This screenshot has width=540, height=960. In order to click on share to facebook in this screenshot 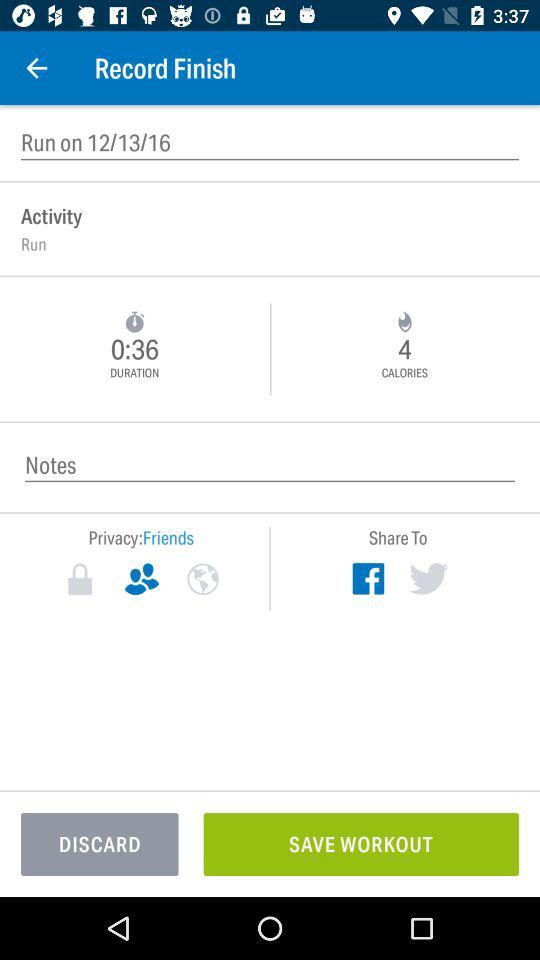, I will do `click(367, 578)`.